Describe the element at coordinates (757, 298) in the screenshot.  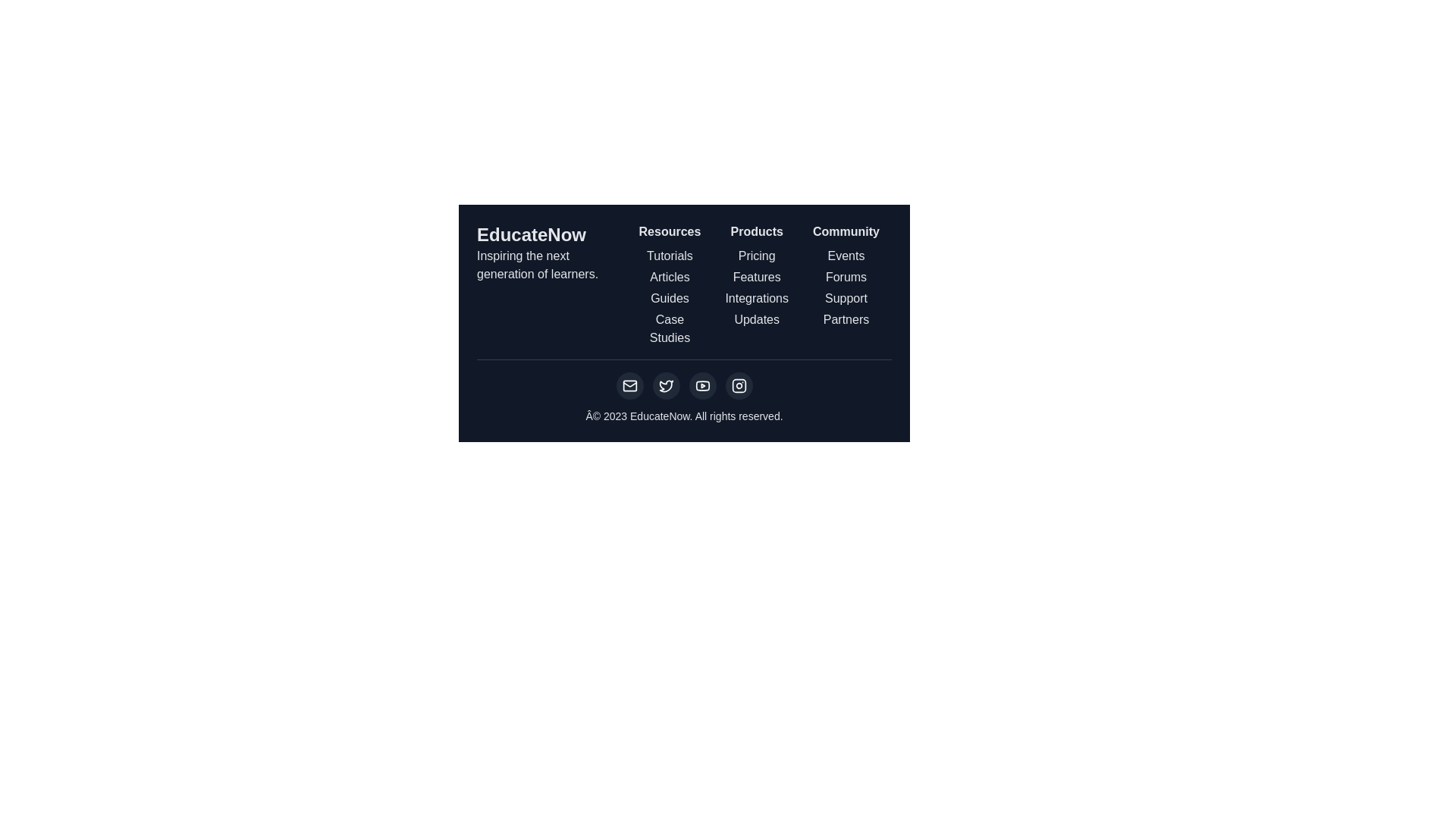
I see `the text label displaying 'Integrations' for accessibility purposes` at that location.